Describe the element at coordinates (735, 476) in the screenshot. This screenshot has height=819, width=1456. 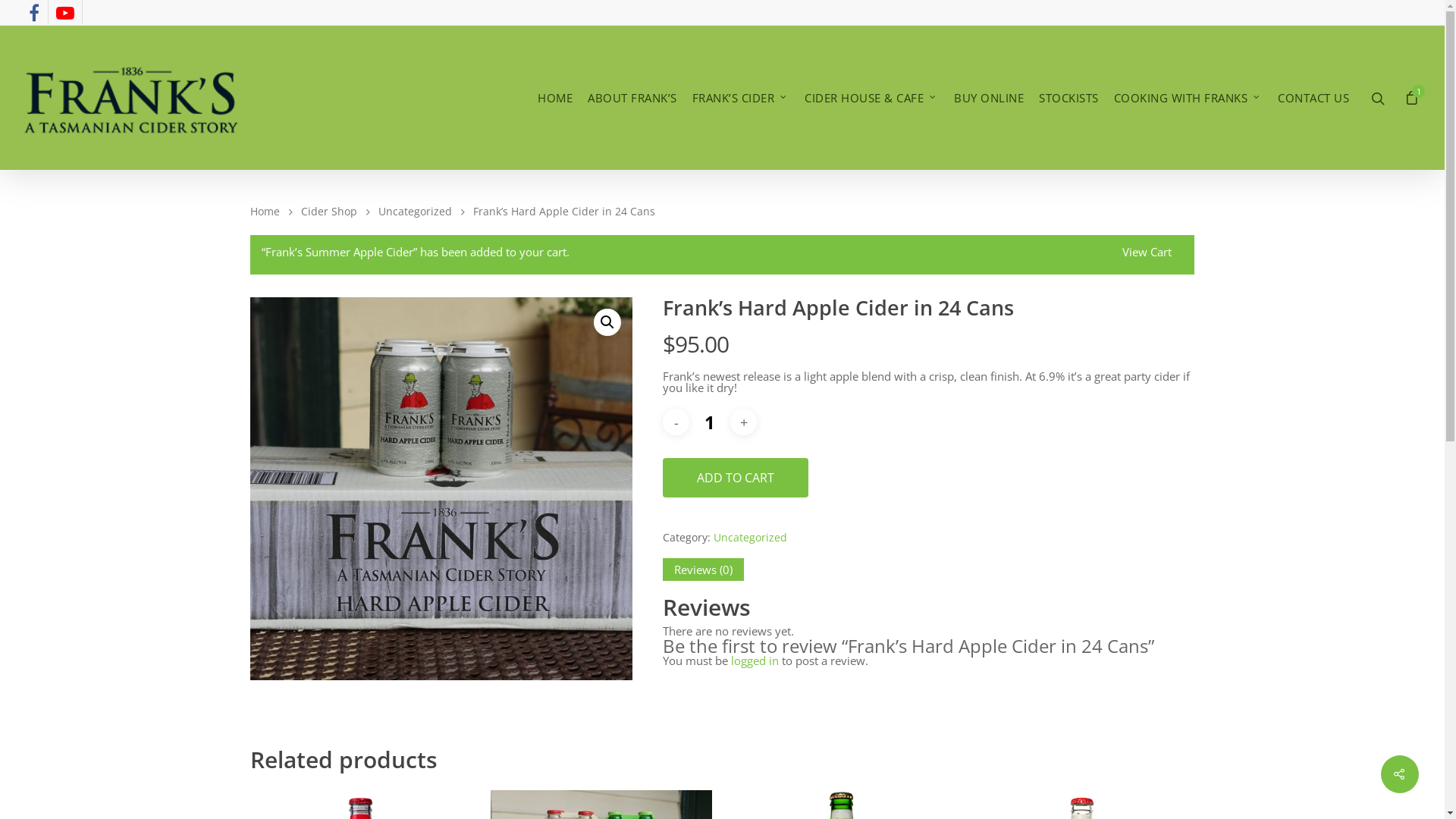
I see `'ADD TO CART'` at that location.